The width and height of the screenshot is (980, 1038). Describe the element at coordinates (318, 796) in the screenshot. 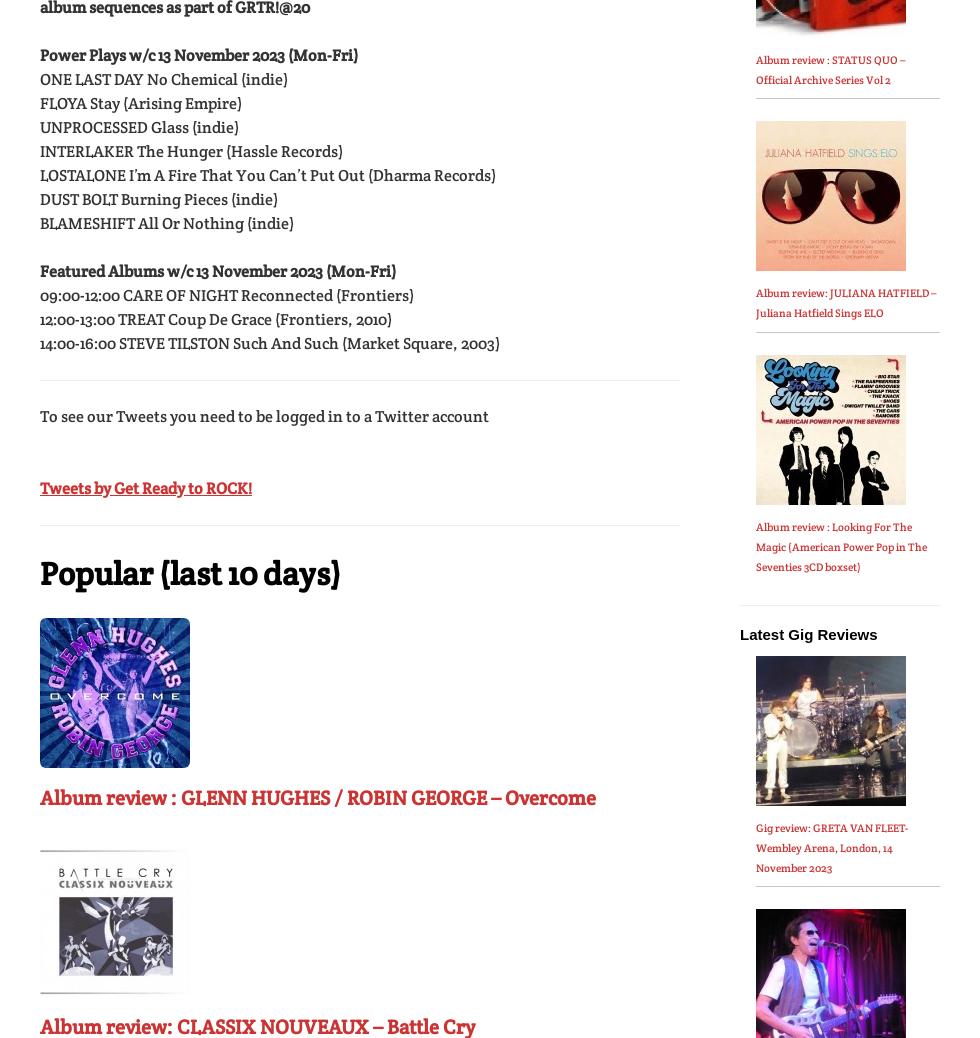

I see `'Album review : GLENN HUGHES / ROBIN GEORGE – Overcome'` at that location.